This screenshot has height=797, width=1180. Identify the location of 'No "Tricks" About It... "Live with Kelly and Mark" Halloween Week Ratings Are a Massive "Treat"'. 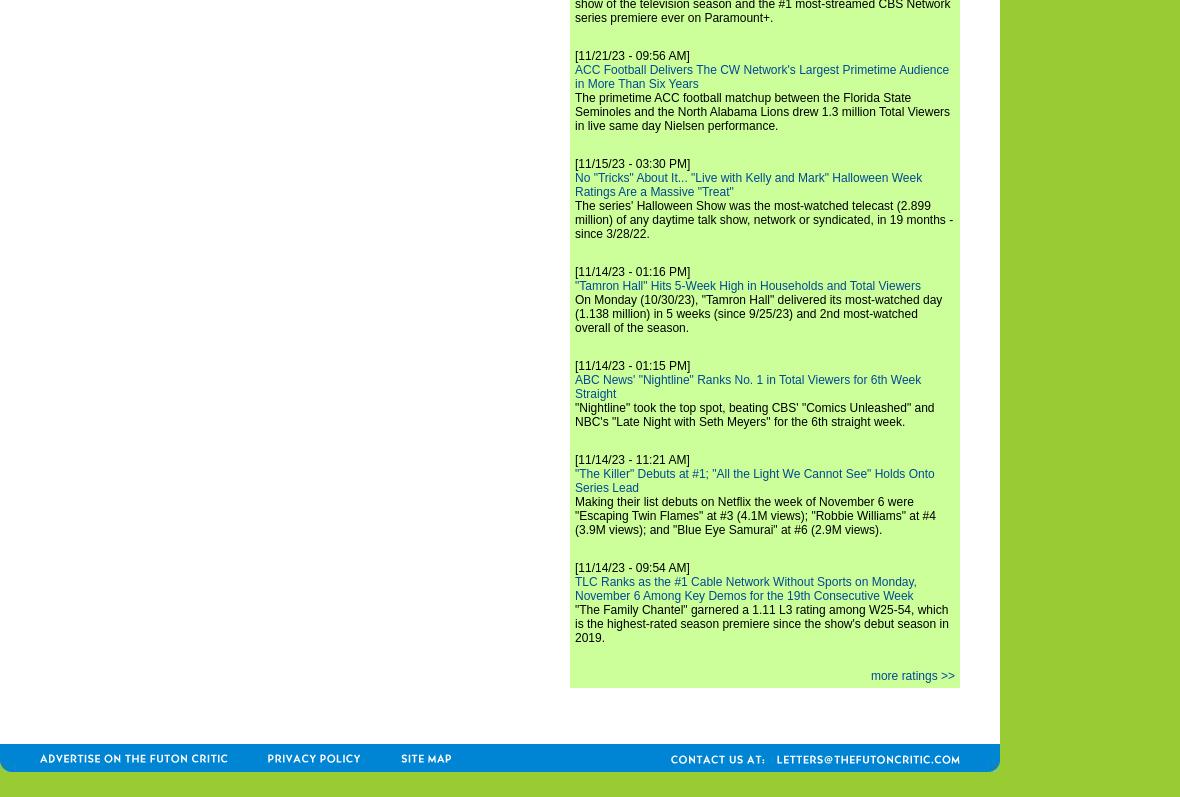
(575, 183).